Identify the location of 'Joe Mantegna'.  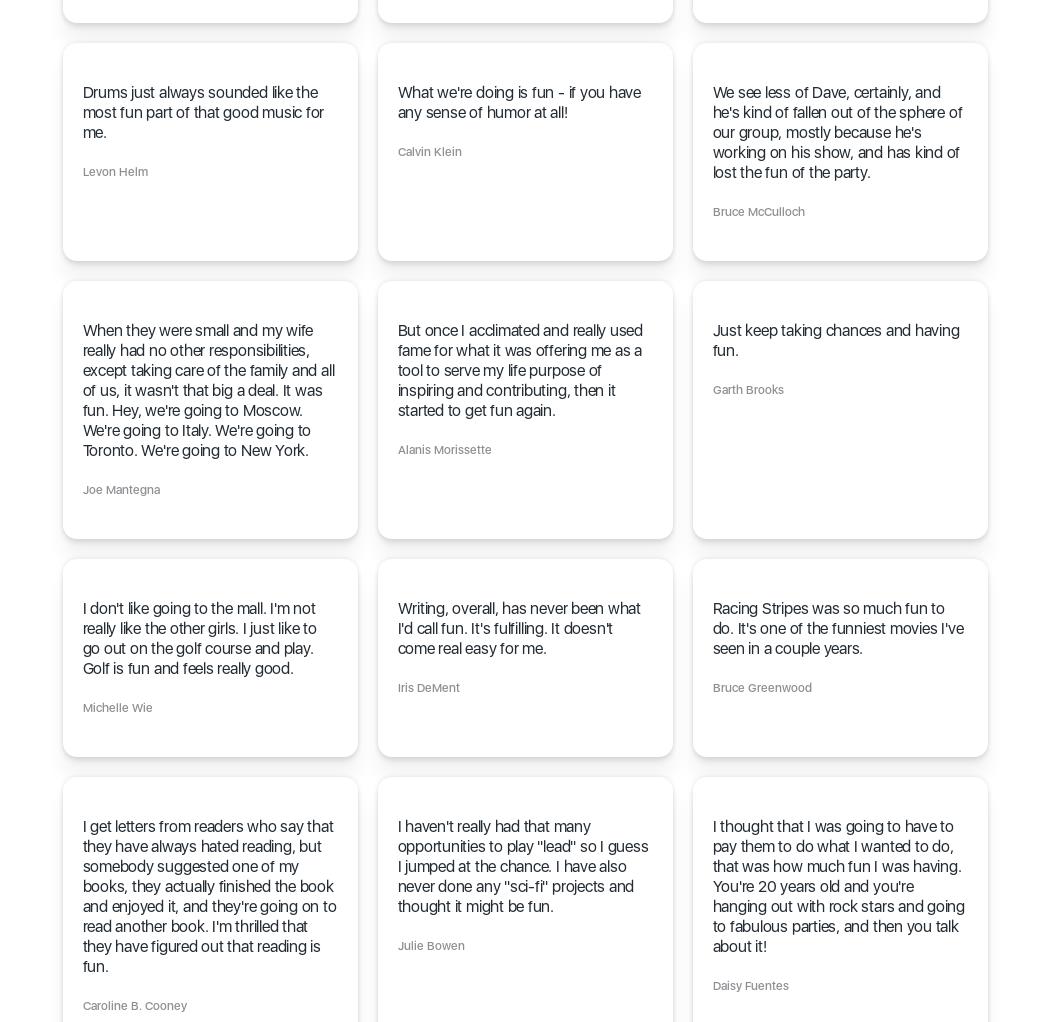
(119, 490).